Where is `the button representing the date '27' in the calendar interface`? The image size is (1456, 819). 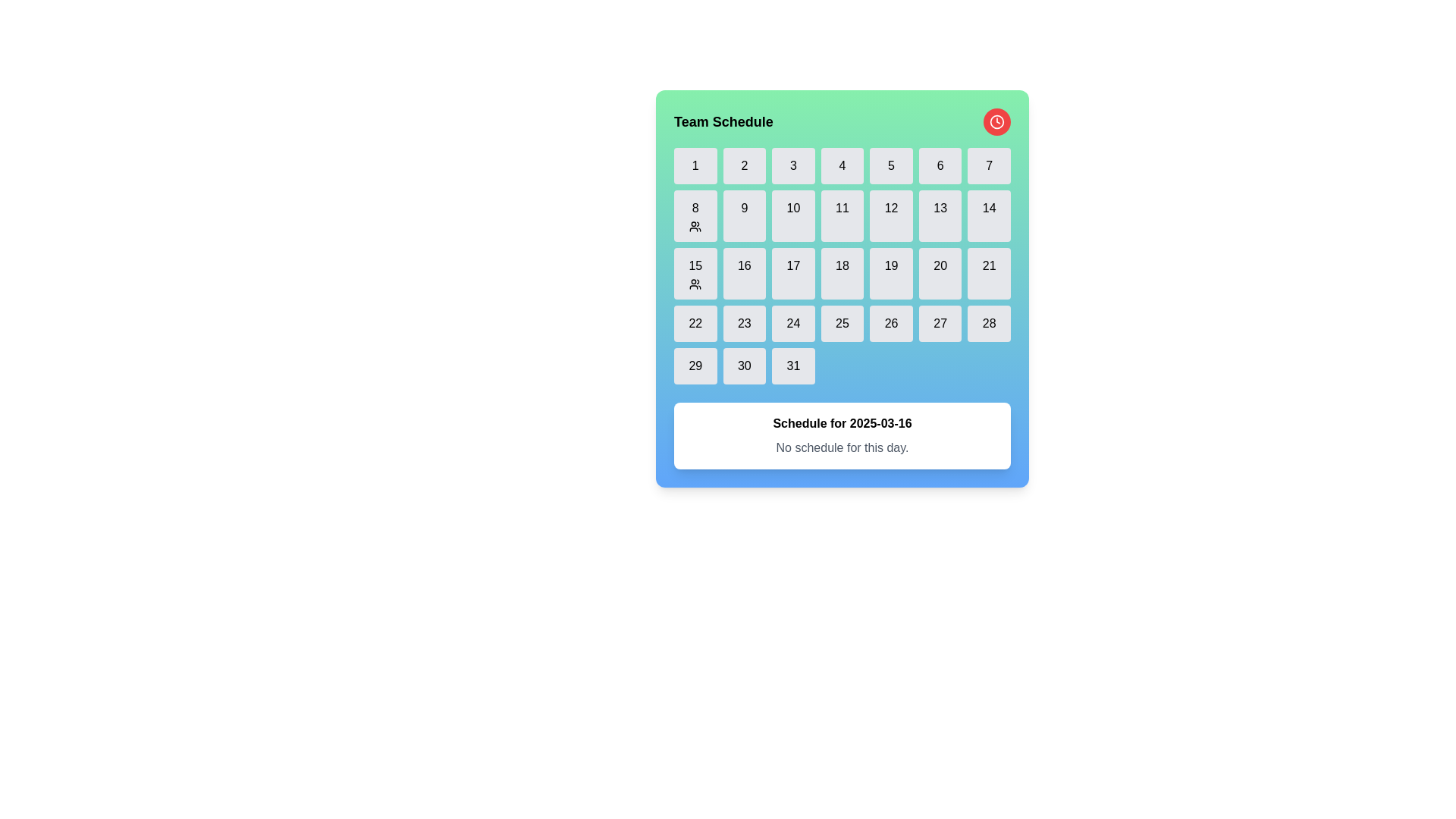 the button representing the date '27' in the calendar interface is located at coordinates (940, 323).